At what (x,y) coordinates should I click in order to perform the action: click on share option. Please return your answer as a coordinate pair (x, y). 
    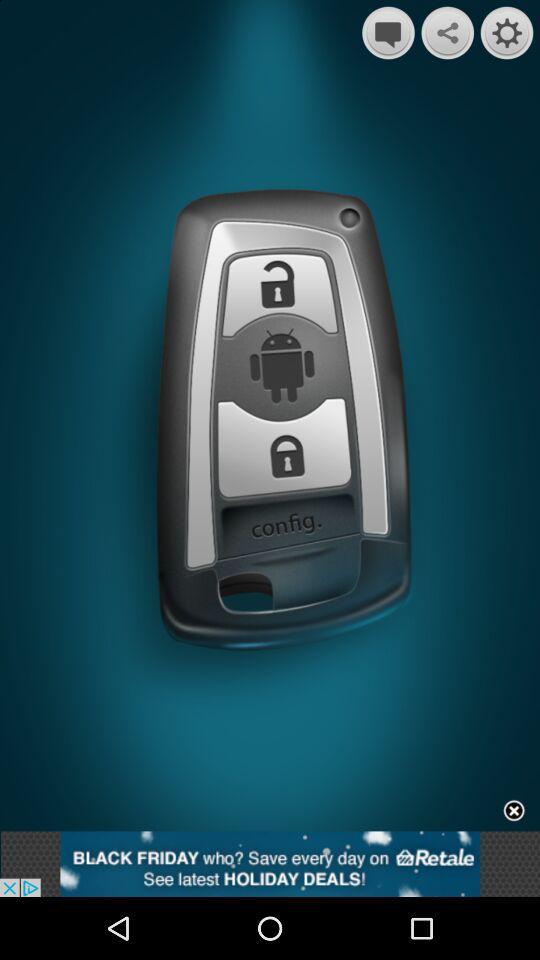
    Looking at the image, I should click on (447, 32).